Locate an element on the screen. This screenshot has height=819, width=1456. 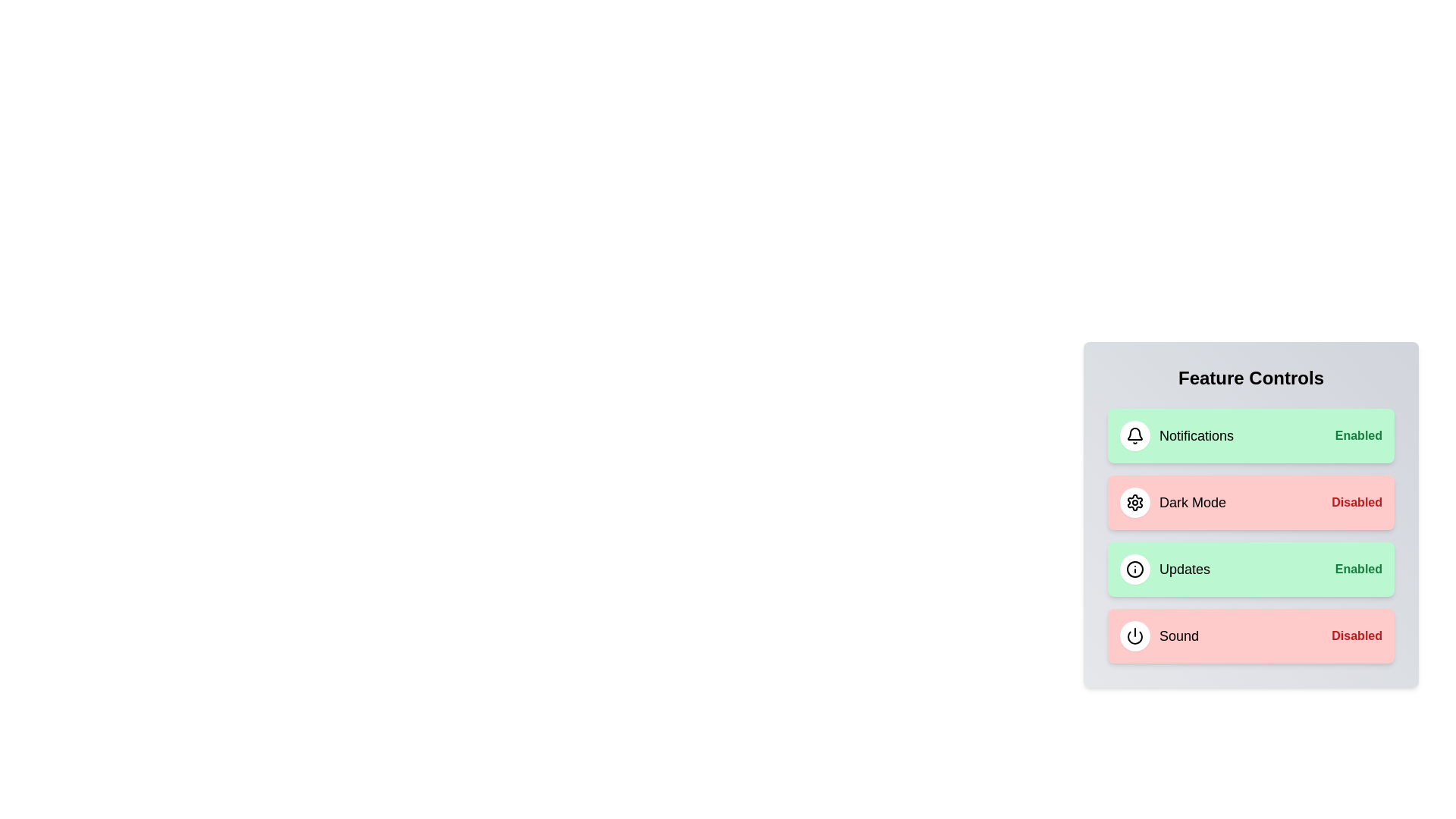
the feature Updates to trigger visual feedback is located at coordinates (1251, 570).